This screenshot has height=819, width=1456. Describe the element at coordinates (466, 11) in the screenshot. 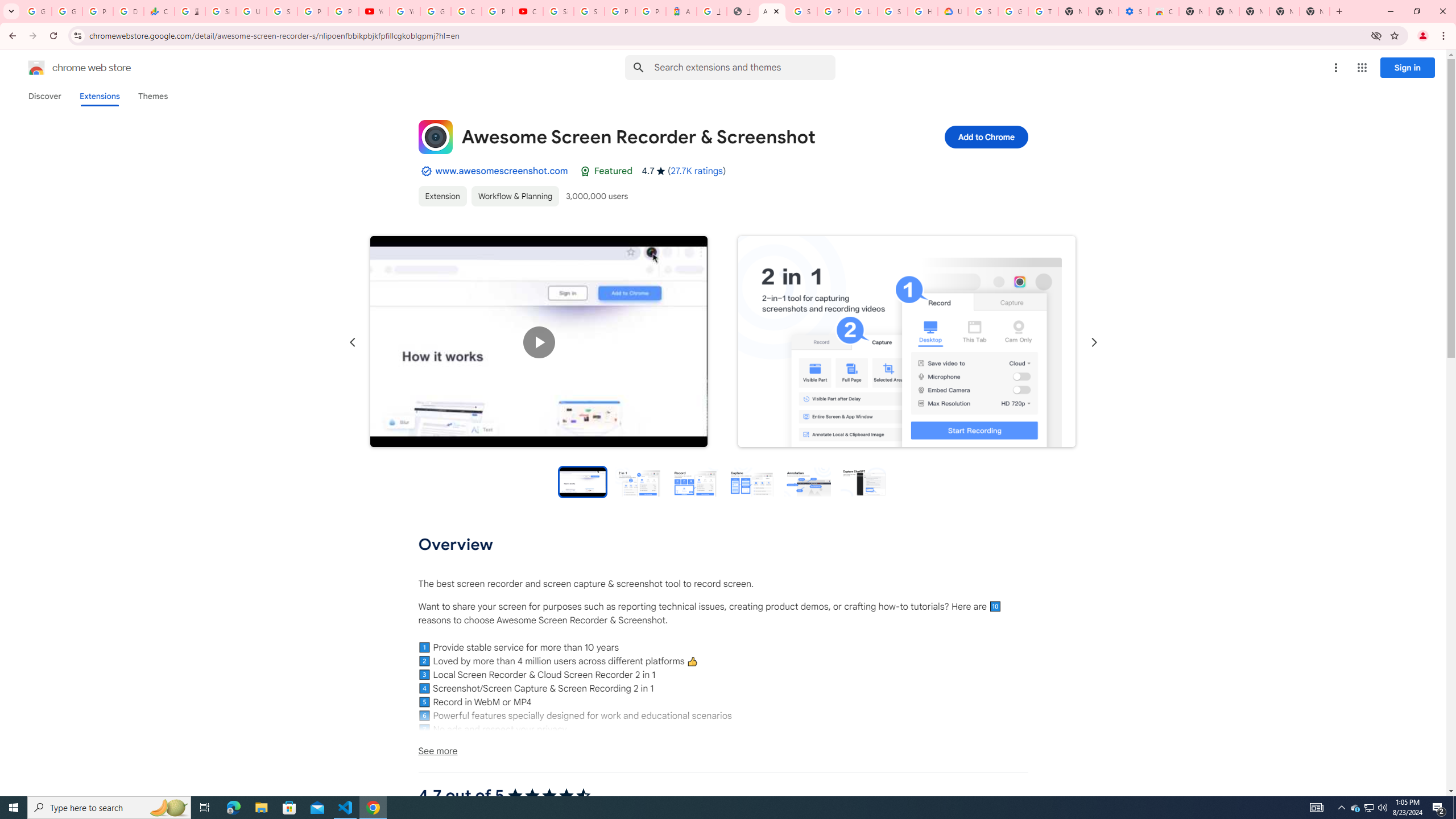

I see `'Create your Google Account'` at that location.